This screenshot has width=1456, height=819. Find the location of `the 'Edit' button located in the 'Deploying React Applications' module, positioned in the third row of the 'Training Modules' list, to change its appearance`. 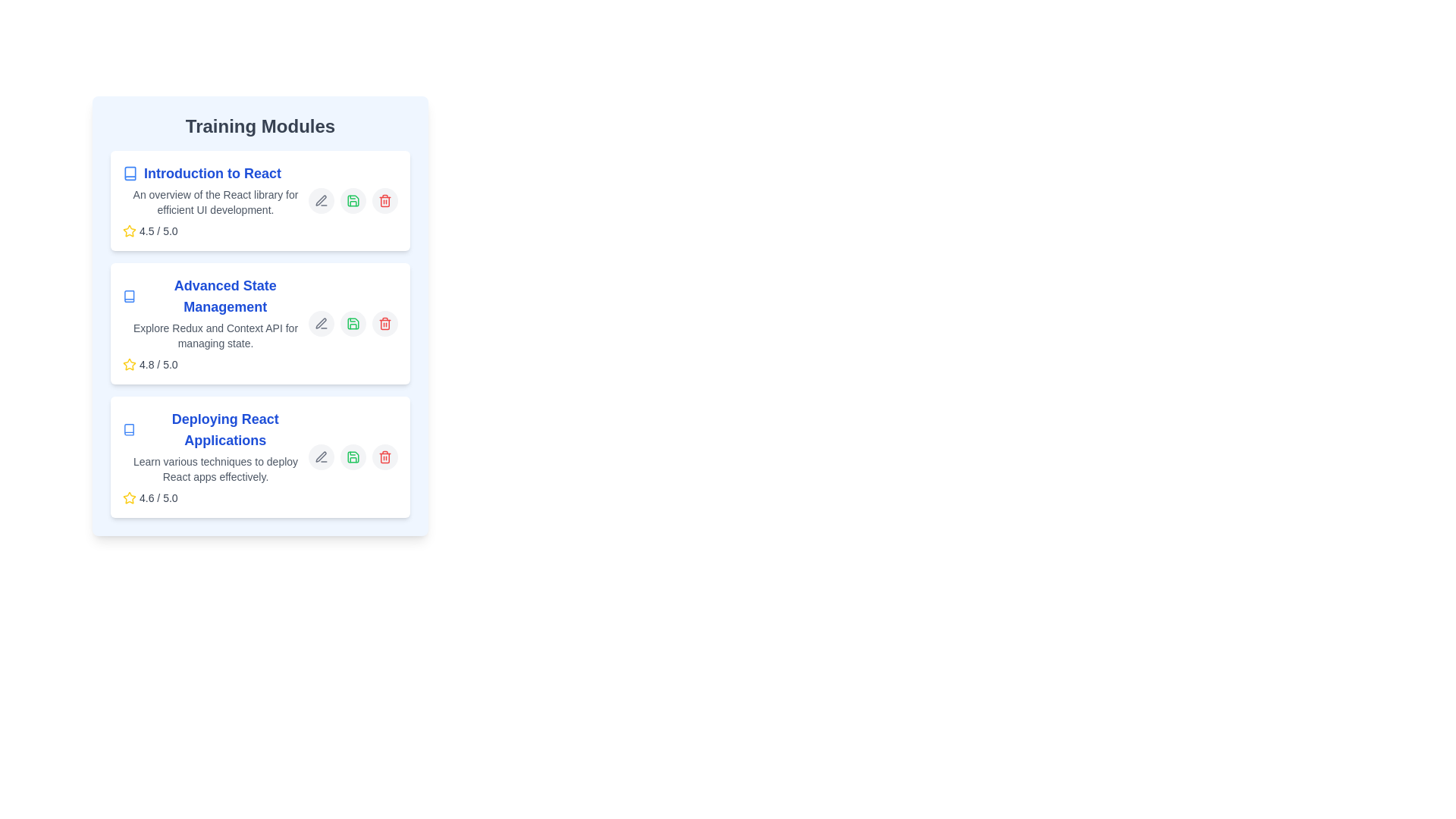

the 'Edit' button located in the 'Deploying React Applications' module, positioned in the third row of the 'Training Modules' list, to change its appearance is located at coordinates (320, 456).